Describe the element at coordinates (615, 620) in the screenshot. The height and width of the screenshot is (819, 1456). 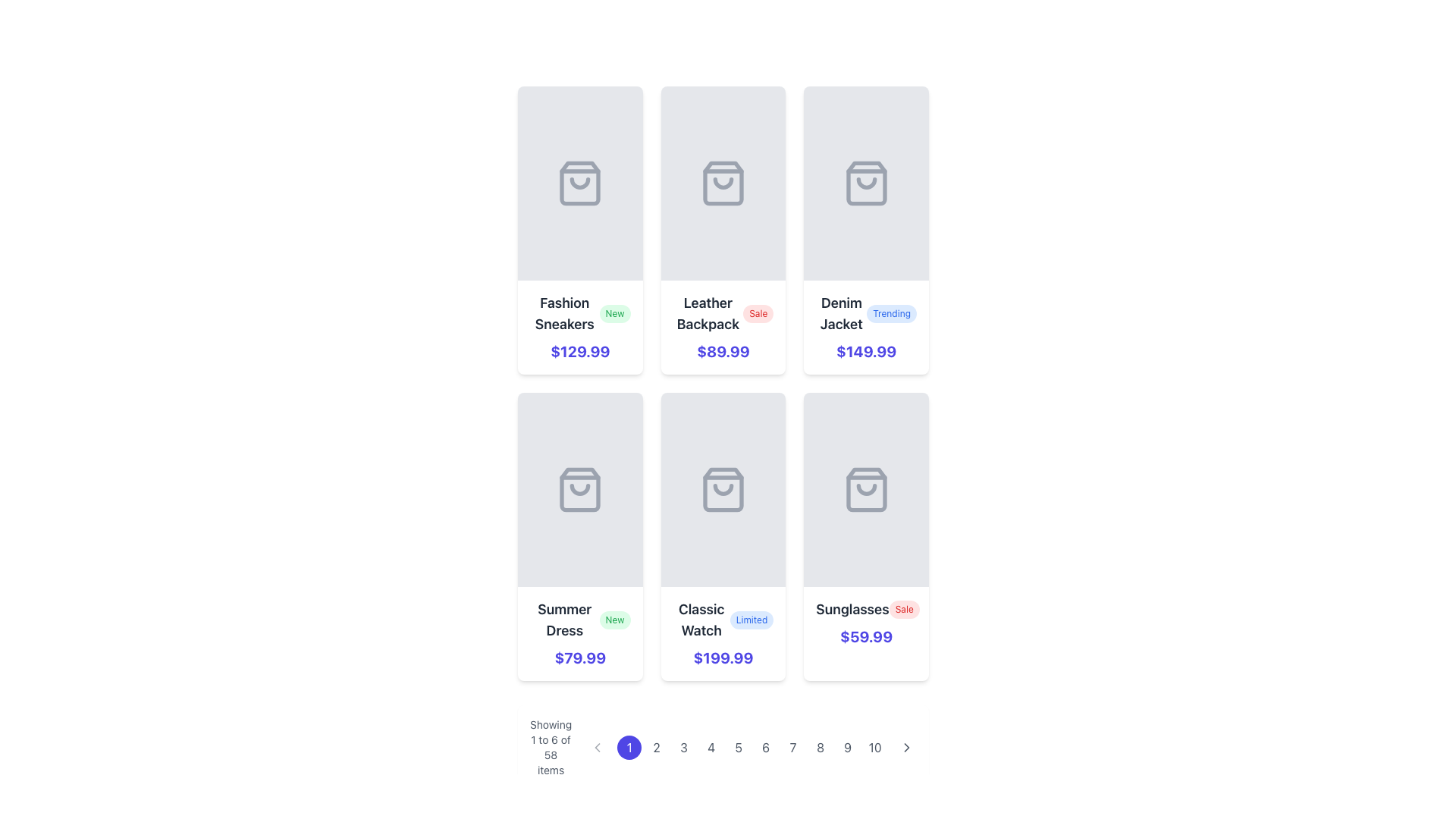
I see `the Badge or Label indicating 'Summer Dress' which is located at the bottom section of the product card, slightly to the right of the product title` at that location.